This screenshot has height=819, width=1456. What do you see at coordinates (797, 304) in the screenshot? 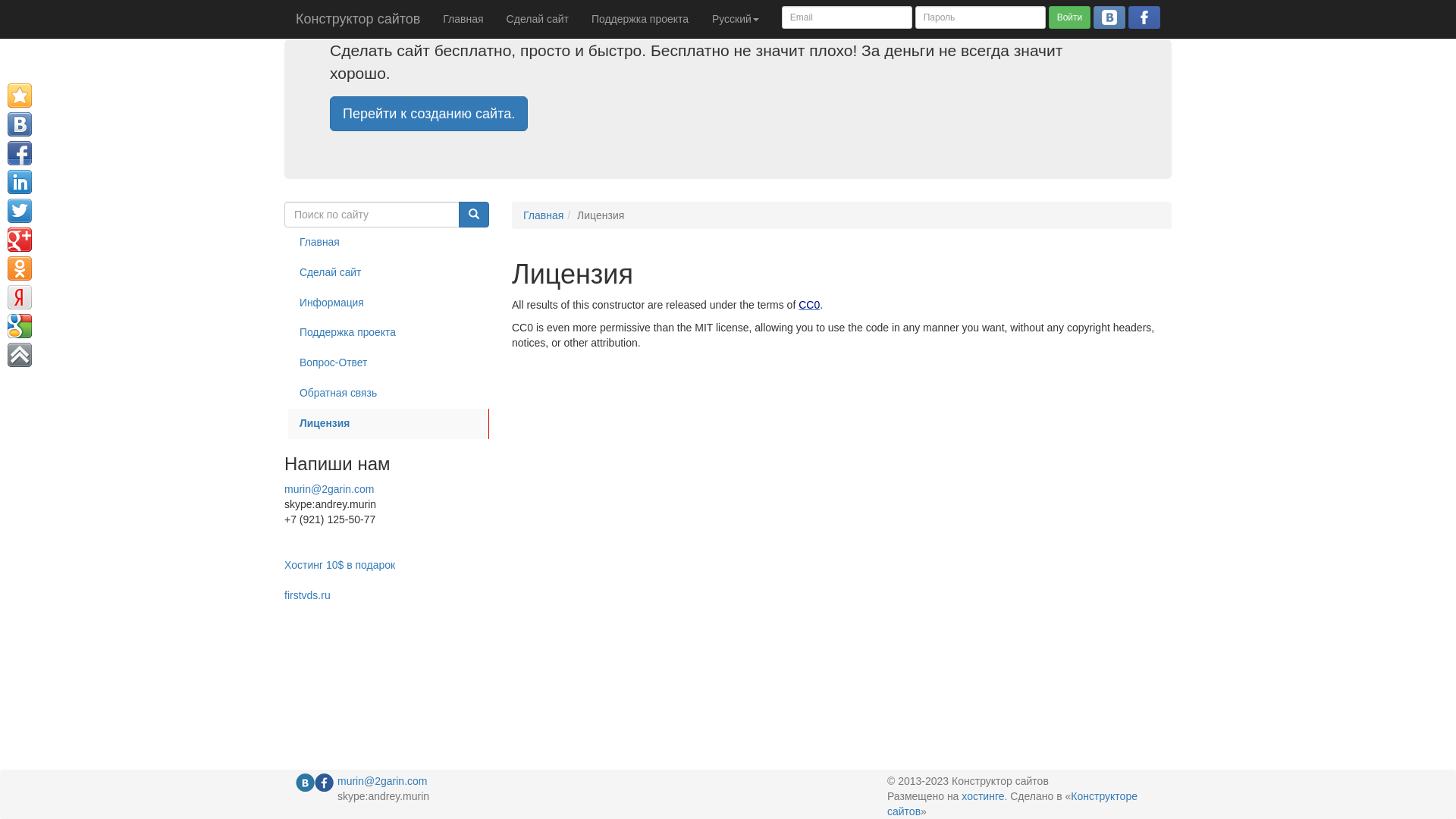
I see `'CC0'` at bounding box center [797, 304].